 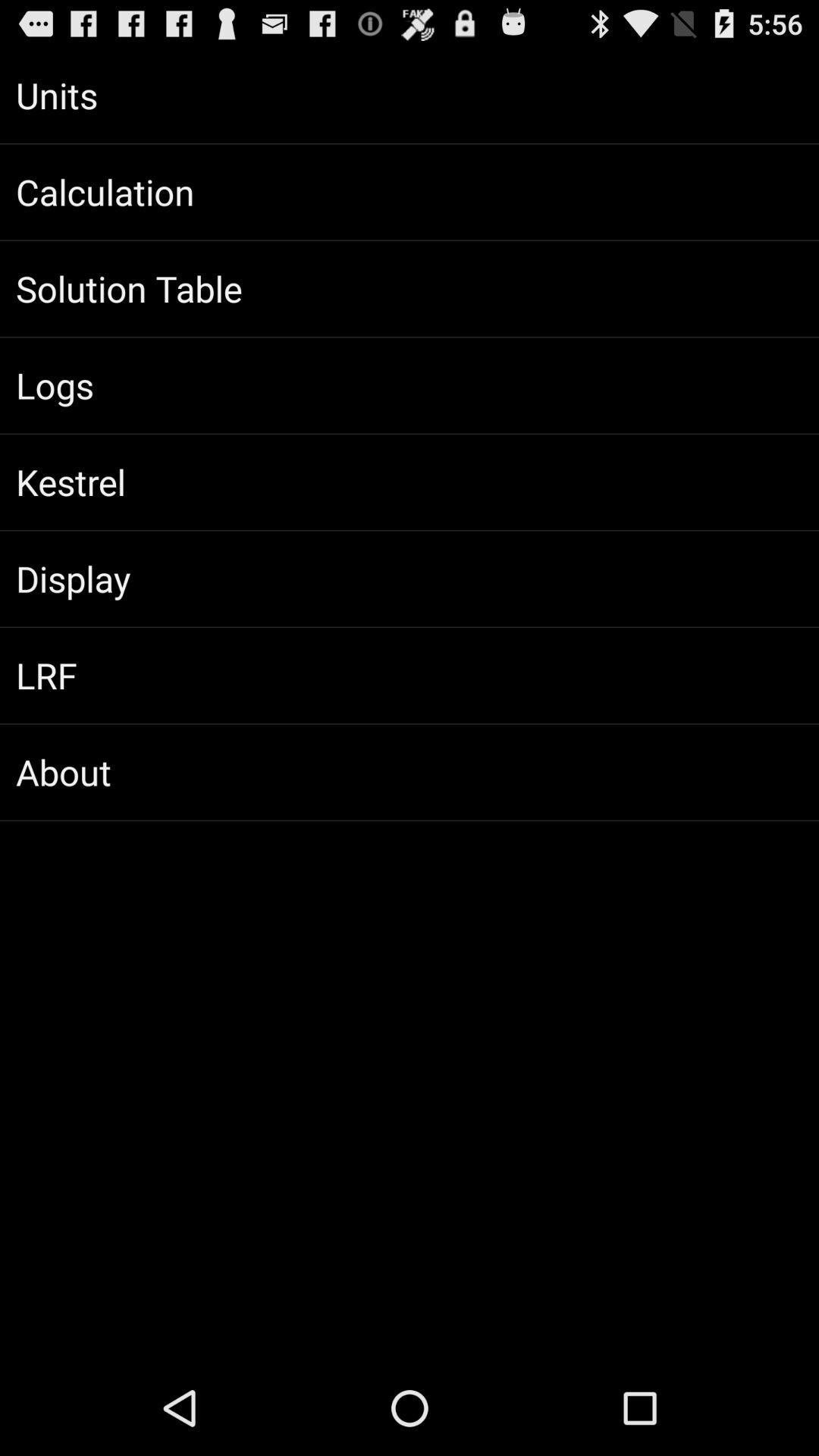 I want to click on solution table icon, so click(x=409, y=288).